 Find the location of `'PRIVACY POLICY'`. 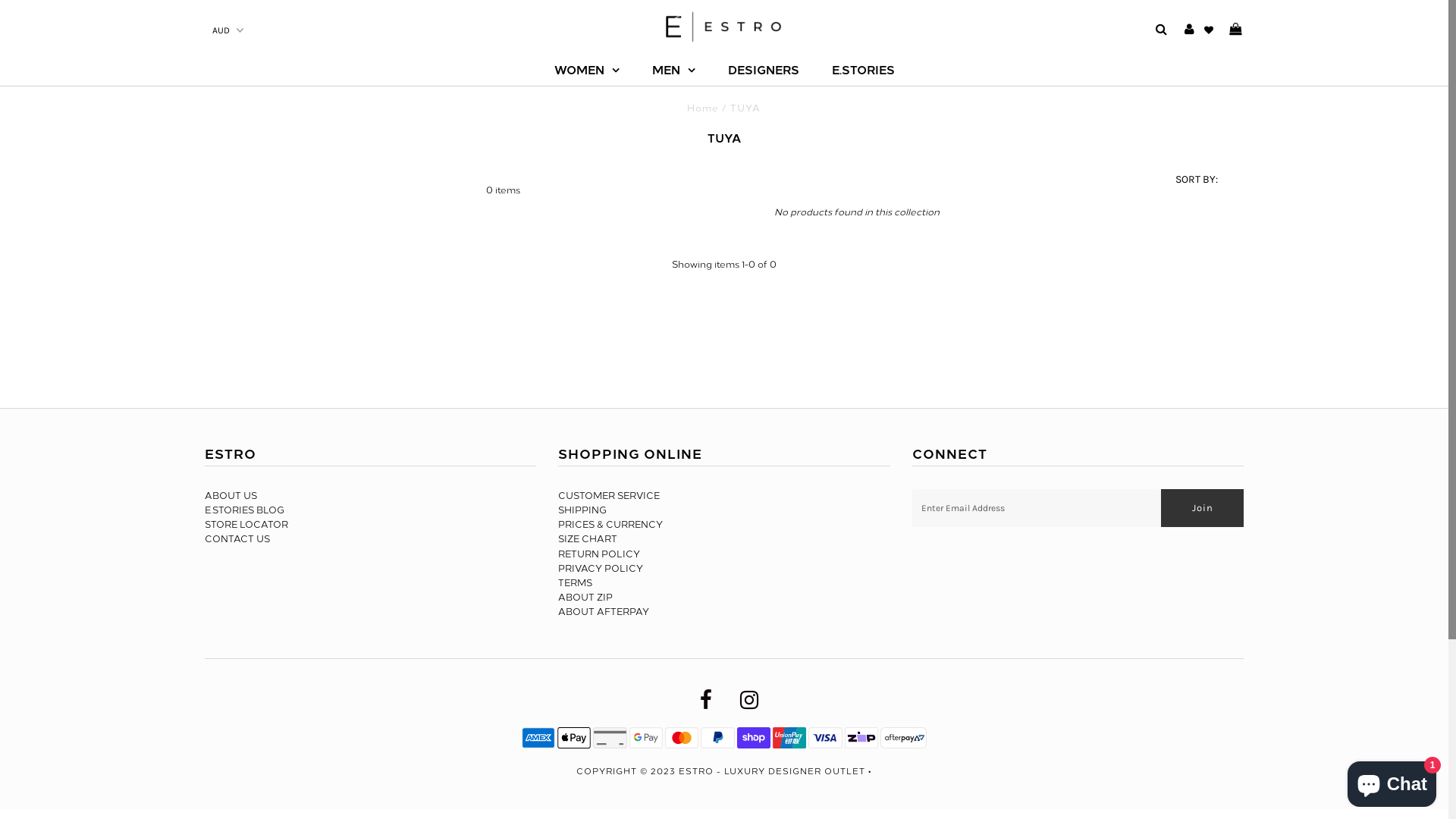

'PRIVACY POLICY' is located at coordinates (600, 568).